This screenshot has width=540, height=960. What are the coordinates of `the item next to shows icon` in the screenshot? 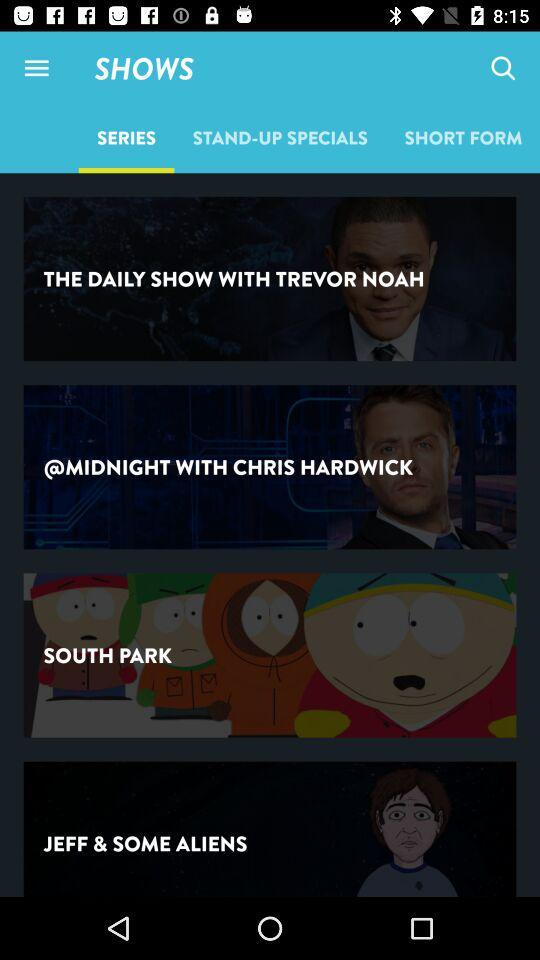 It's located at (36, 68).